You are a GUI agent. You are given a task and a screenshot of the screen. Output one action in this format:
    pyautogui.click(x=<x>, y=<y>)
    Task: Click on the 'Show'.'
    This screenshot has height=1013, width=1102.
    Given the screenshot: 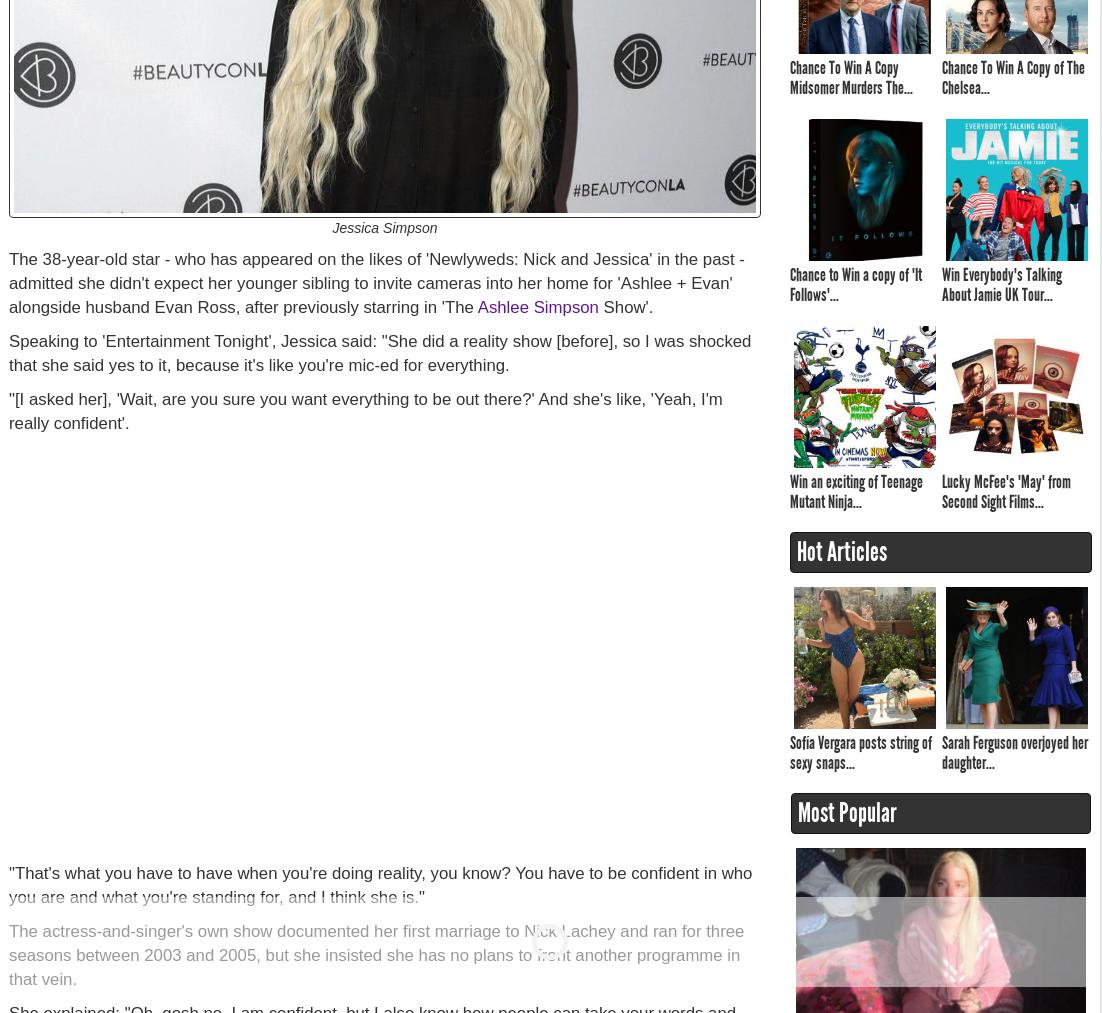 What is the action you would take?
    pyautogui.click(x=625, y=307)
    